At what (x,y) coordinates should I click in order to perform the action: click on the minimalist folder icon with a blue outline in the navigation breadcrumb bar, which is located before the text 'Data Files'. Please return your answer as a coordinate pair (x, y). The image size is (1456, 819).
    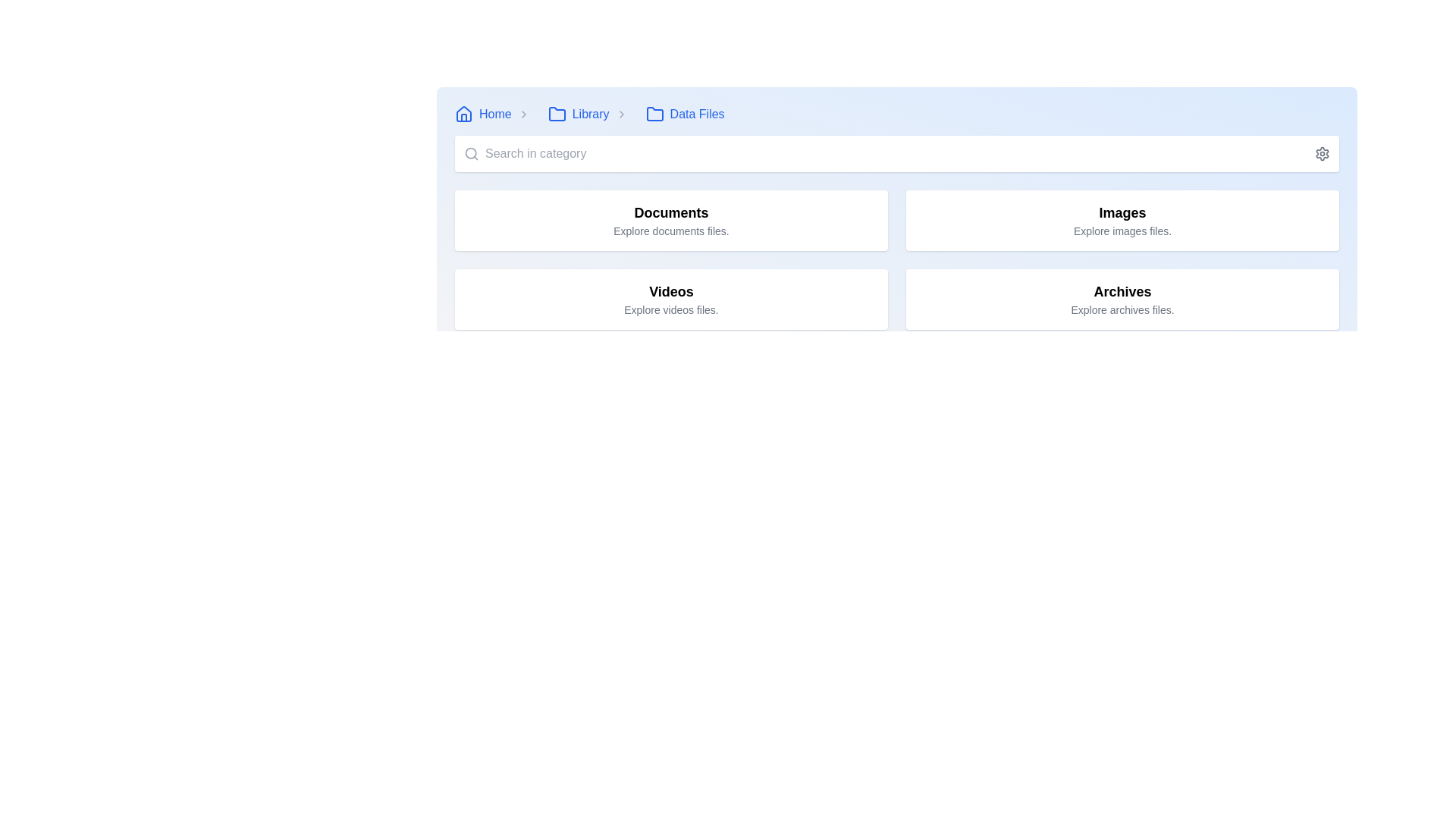
    Looking at the image, I should click on (654, 113).